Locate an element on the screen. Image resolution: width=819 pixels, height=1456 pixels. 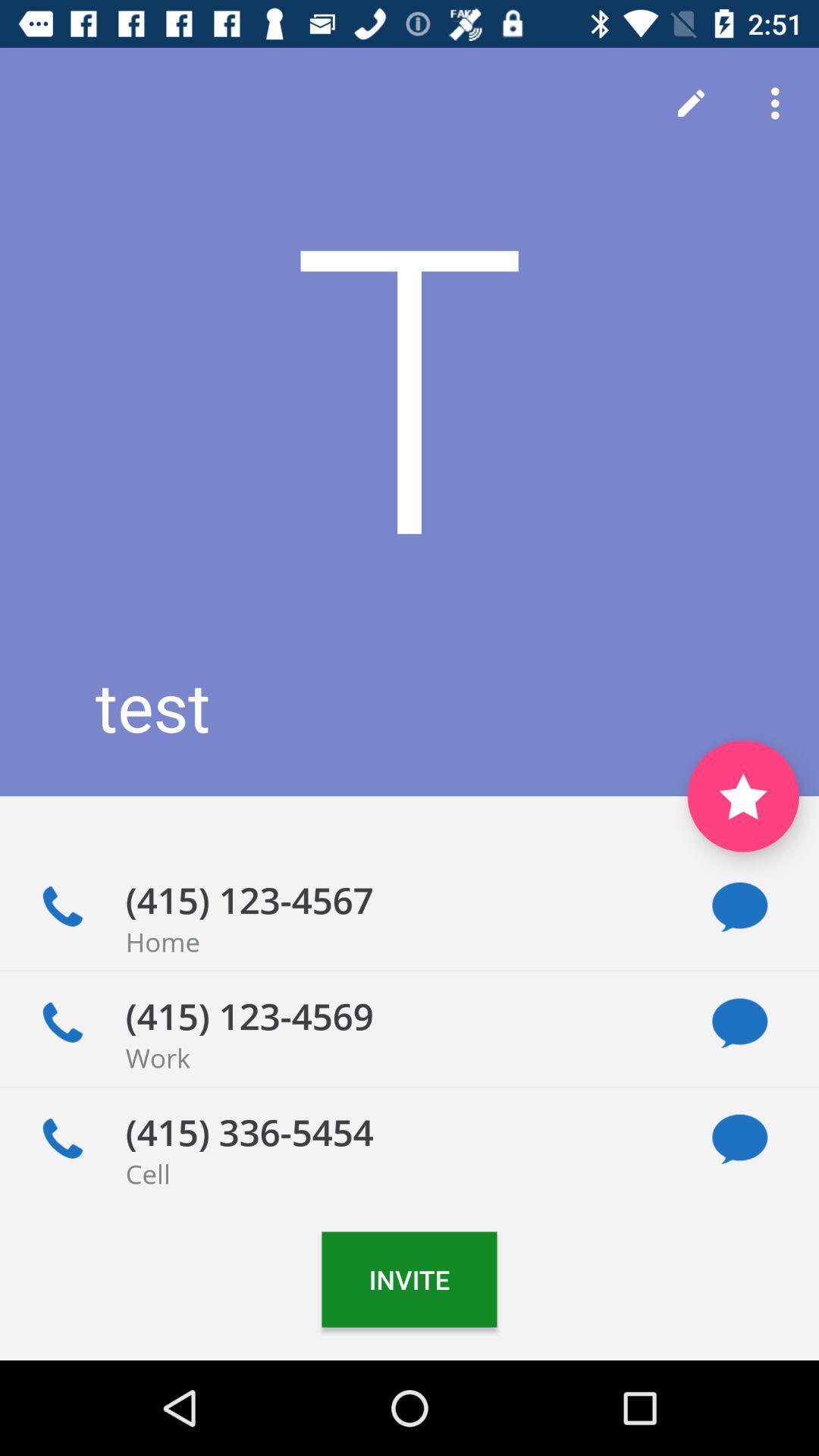
send a text message to this number is located at coordinates (739, 907).